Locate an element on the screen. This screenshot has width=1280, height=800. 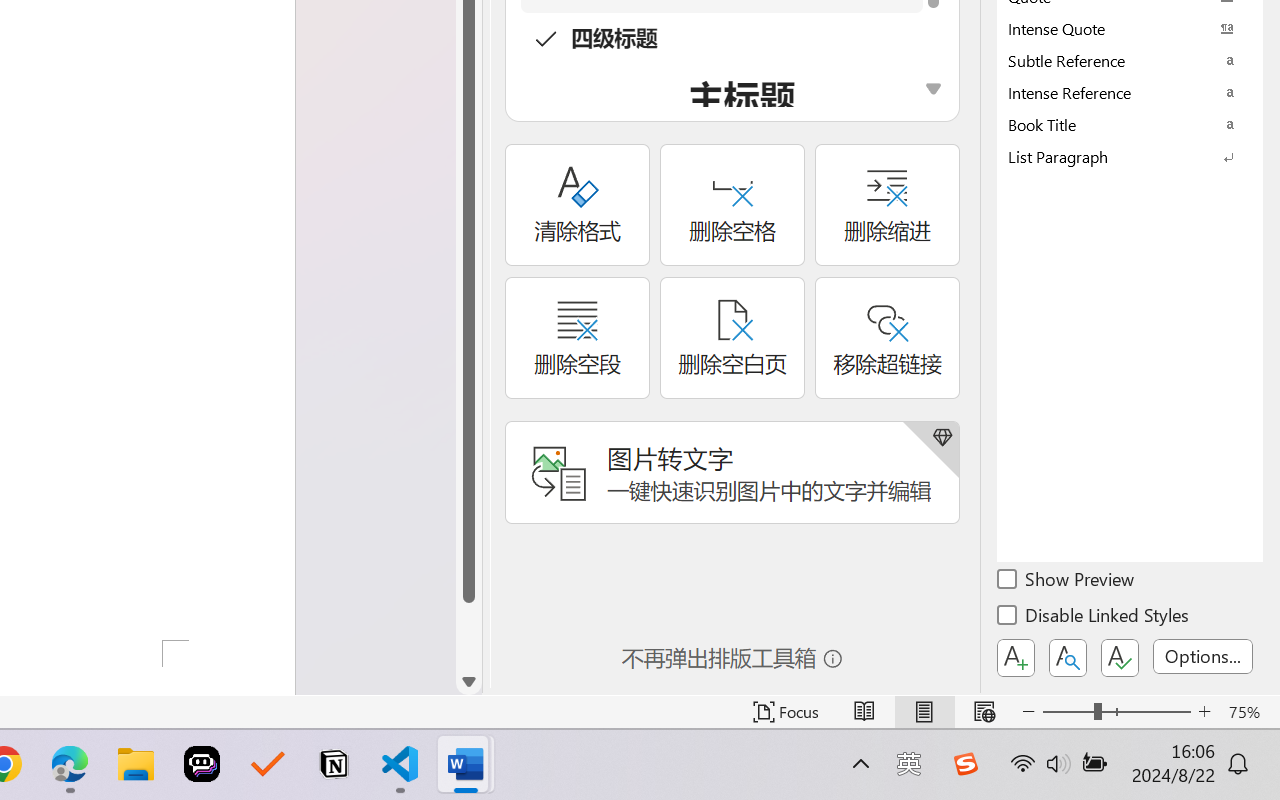
'Zoom' is located at coordinates (1115, 711).